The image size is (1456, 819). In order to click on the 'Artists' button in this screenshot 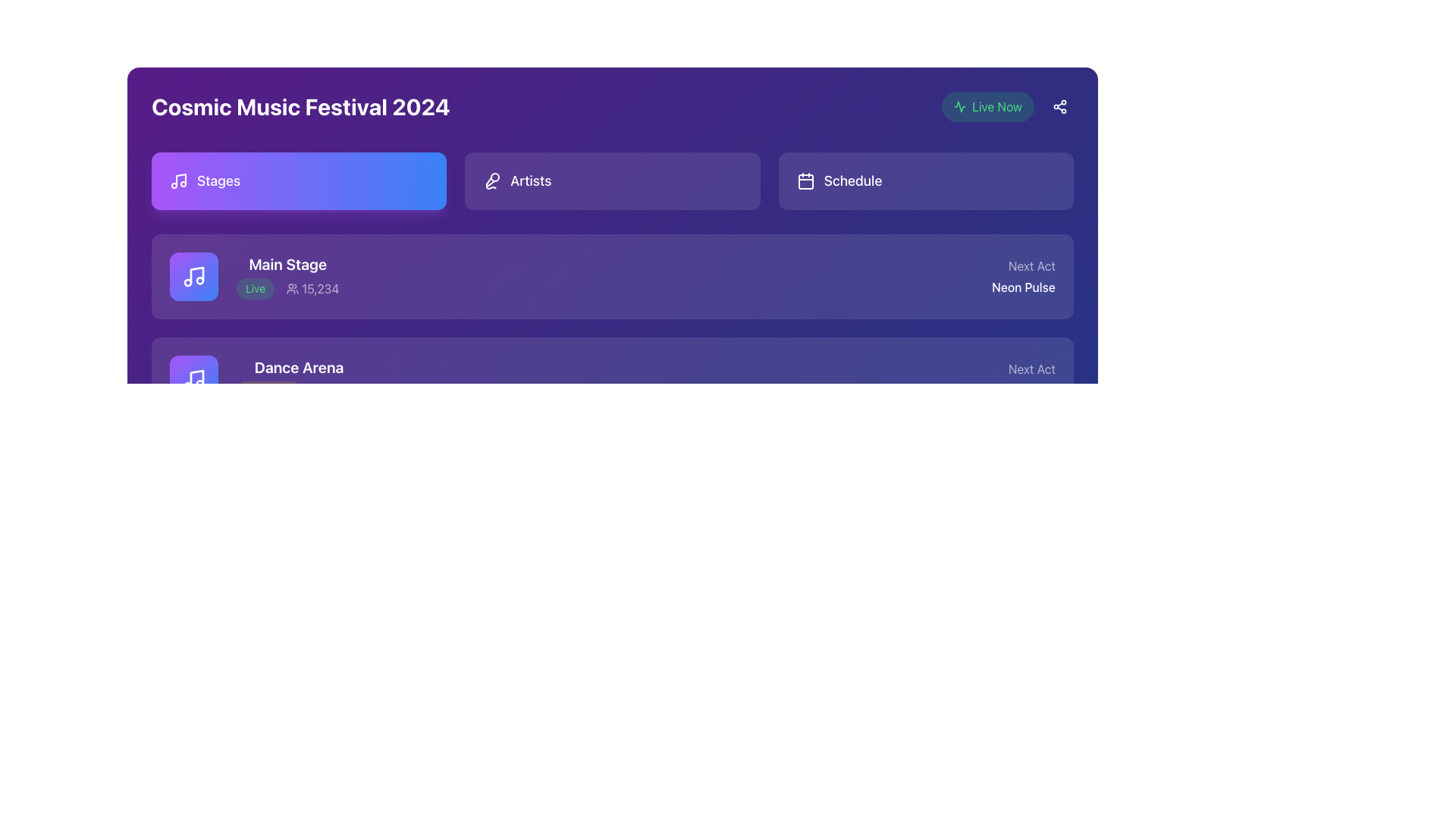, I will do `click(612, 180)`.